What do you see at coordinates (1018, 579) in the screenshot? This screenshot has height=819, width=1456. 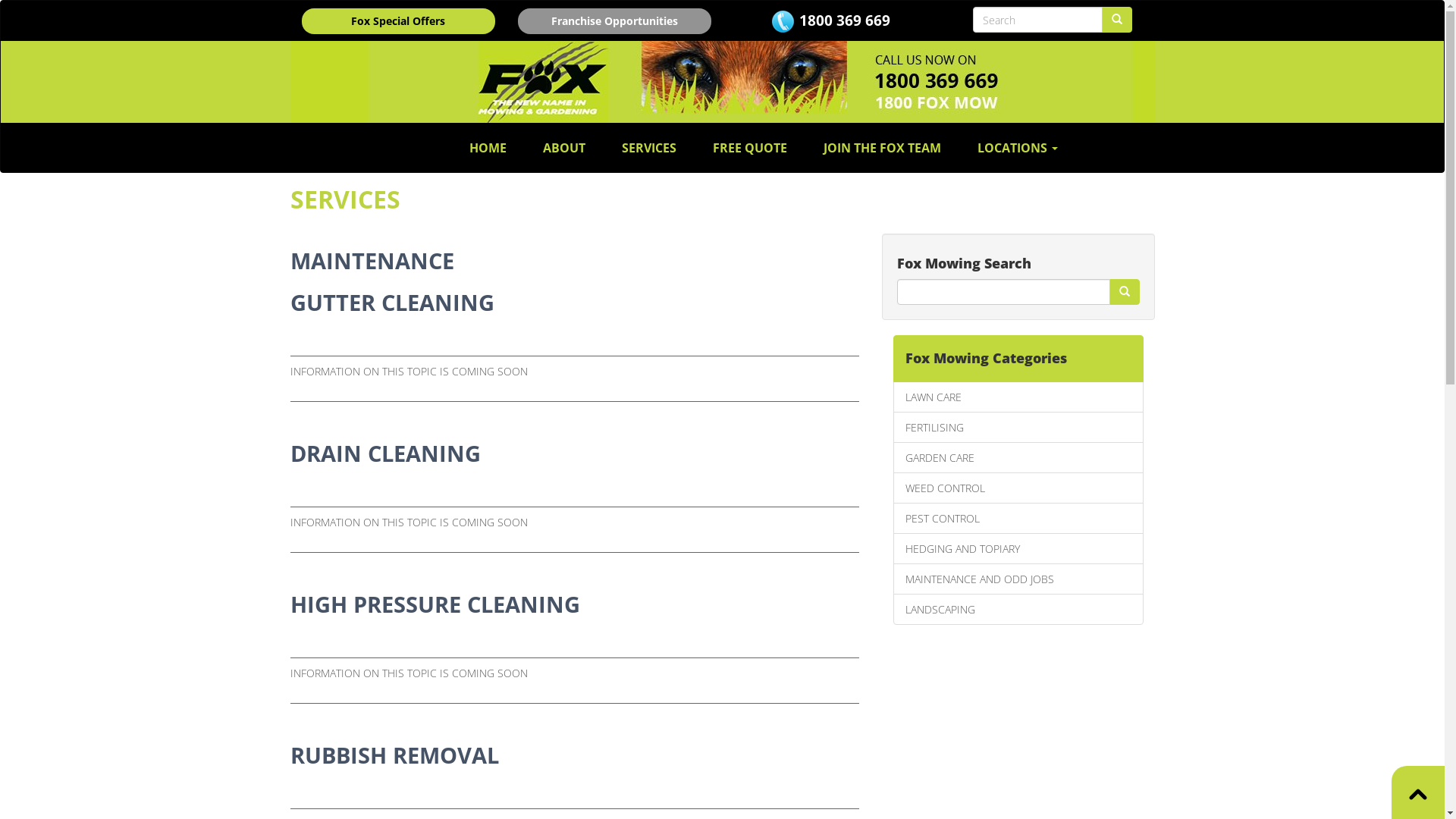 I see `'MAINTENANCE AND ODD JOBS'` at bounding box center [1018, 579].